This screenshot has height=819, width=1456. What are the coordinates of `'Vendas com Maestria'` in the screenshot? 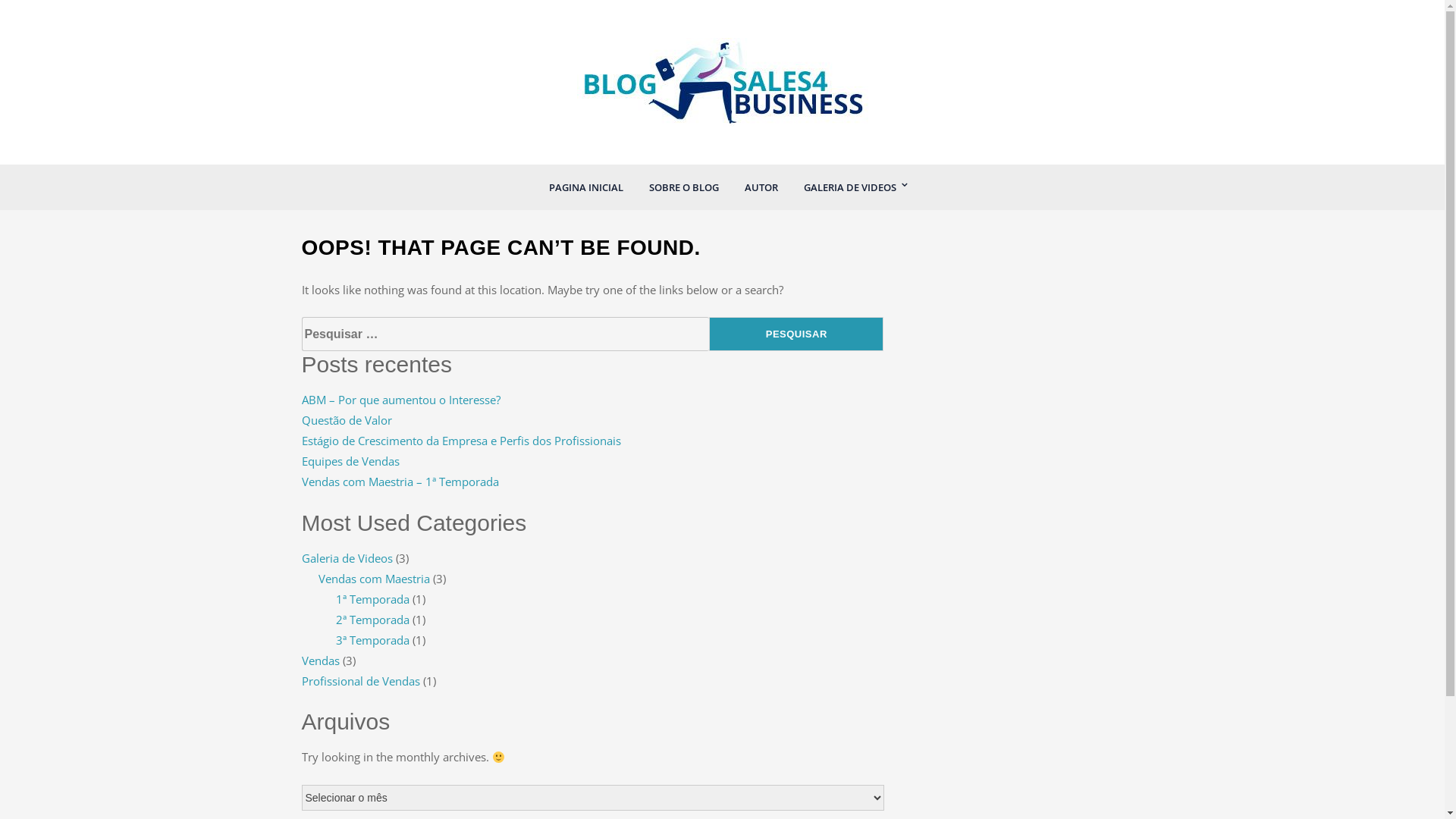 It's located at (374, 579).